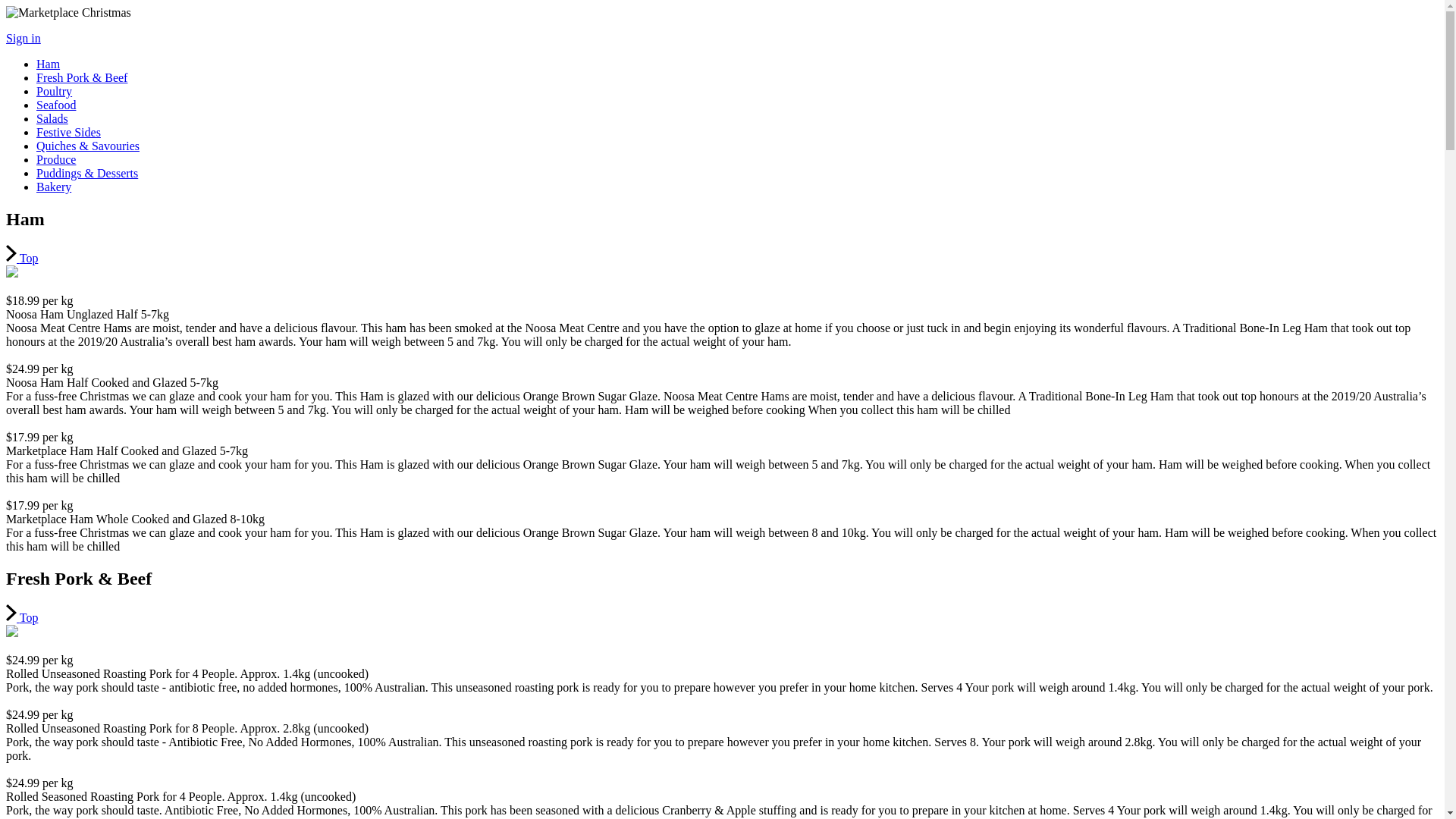 This screenshot has width=1456, height=819. What do you see at coordinates (48, 63) in the screenshot?
I see `'Ham'` at bounding box center [48, 63].